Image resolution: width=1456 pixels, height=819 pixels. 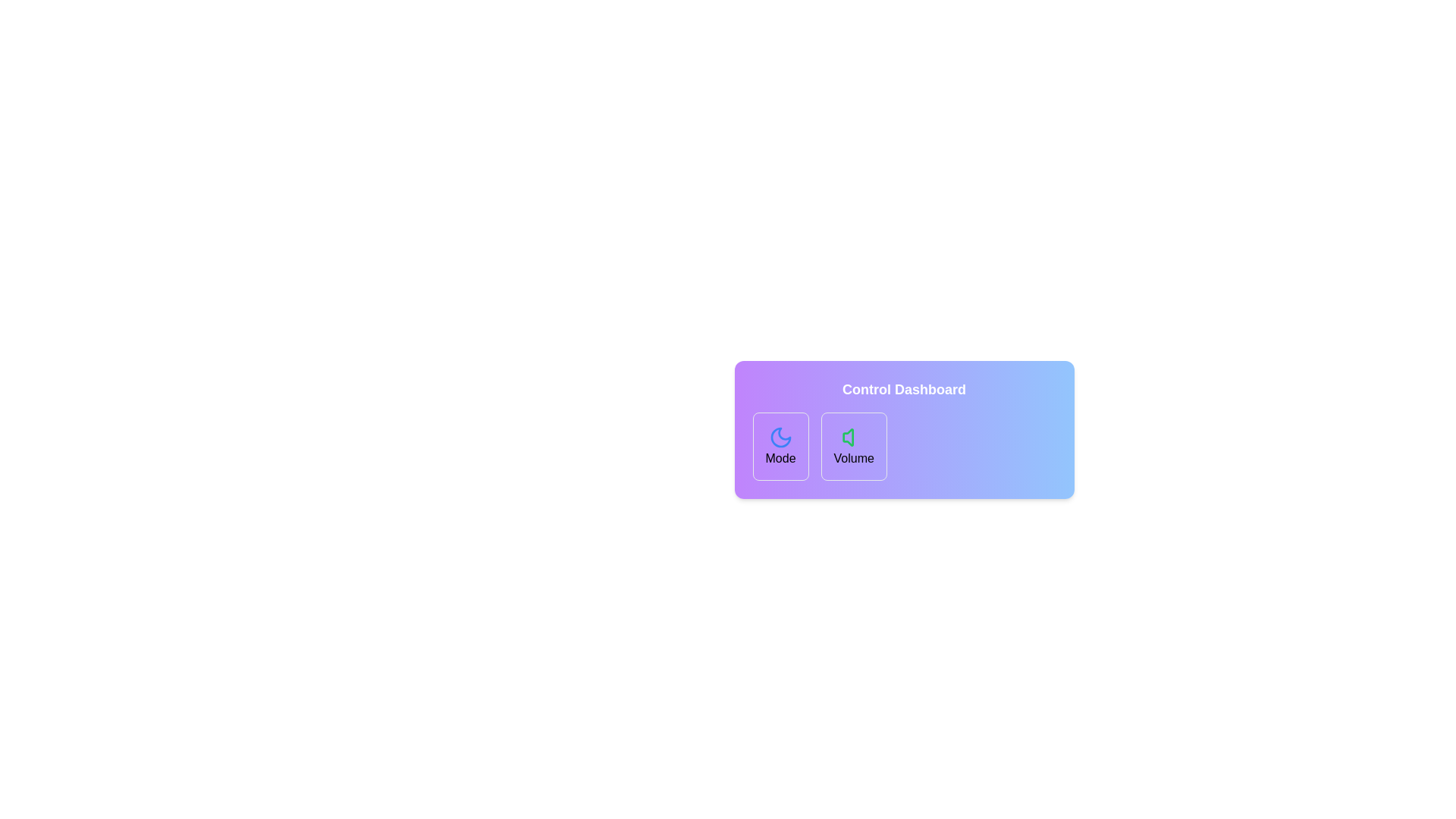 What do you see at coordinates (854, 446) in the screenshot?
I see `the Volume option to observe its hover effect` at bounding box center [854, 446].